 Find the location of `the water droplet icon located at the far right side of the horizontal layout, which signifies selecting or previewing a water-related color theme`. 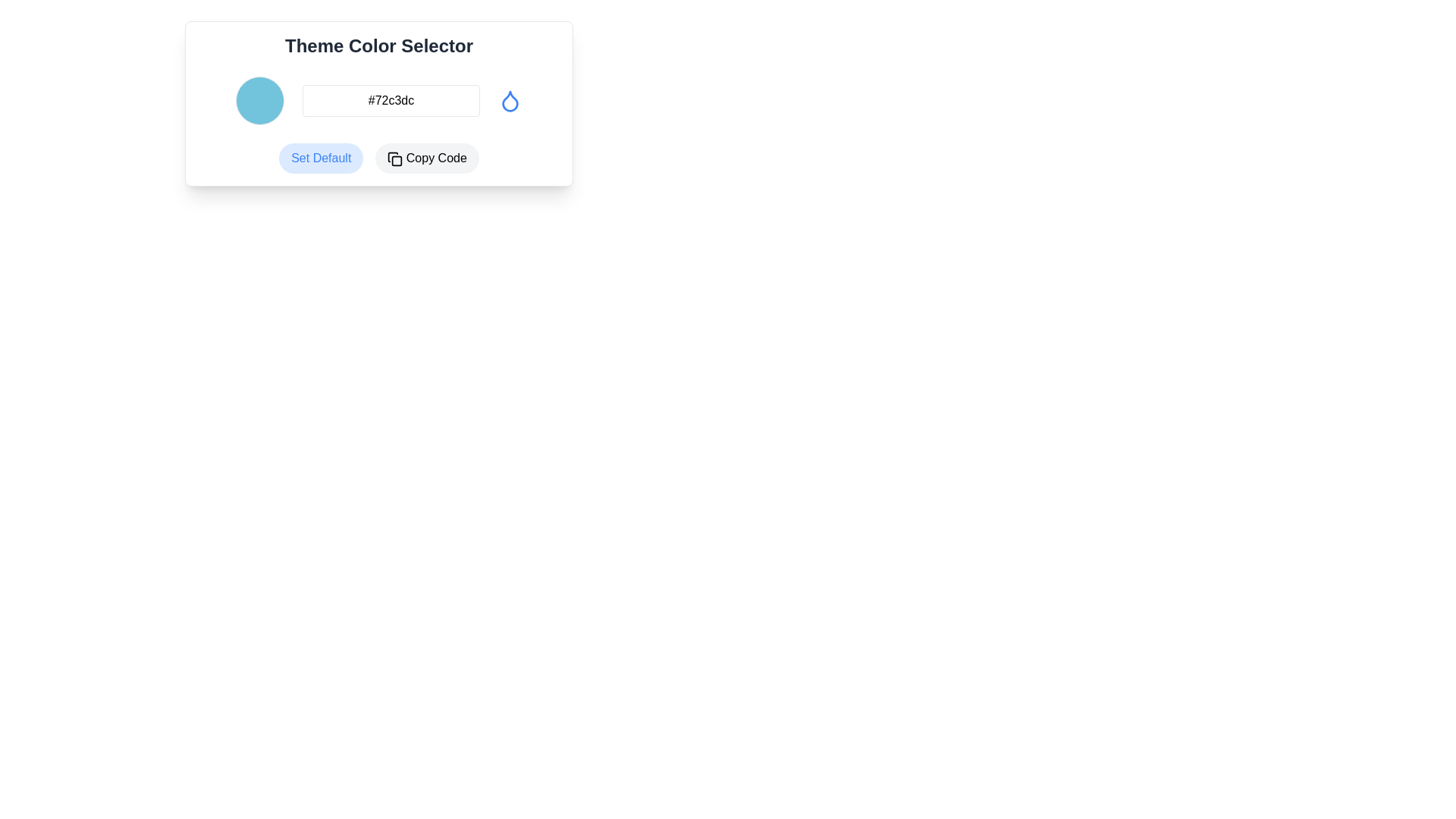

the water droplet icon located at the far right side of the horizontal layout, which signifies selecting or previewing a water-related color theme is located at coordinates (510, 100).